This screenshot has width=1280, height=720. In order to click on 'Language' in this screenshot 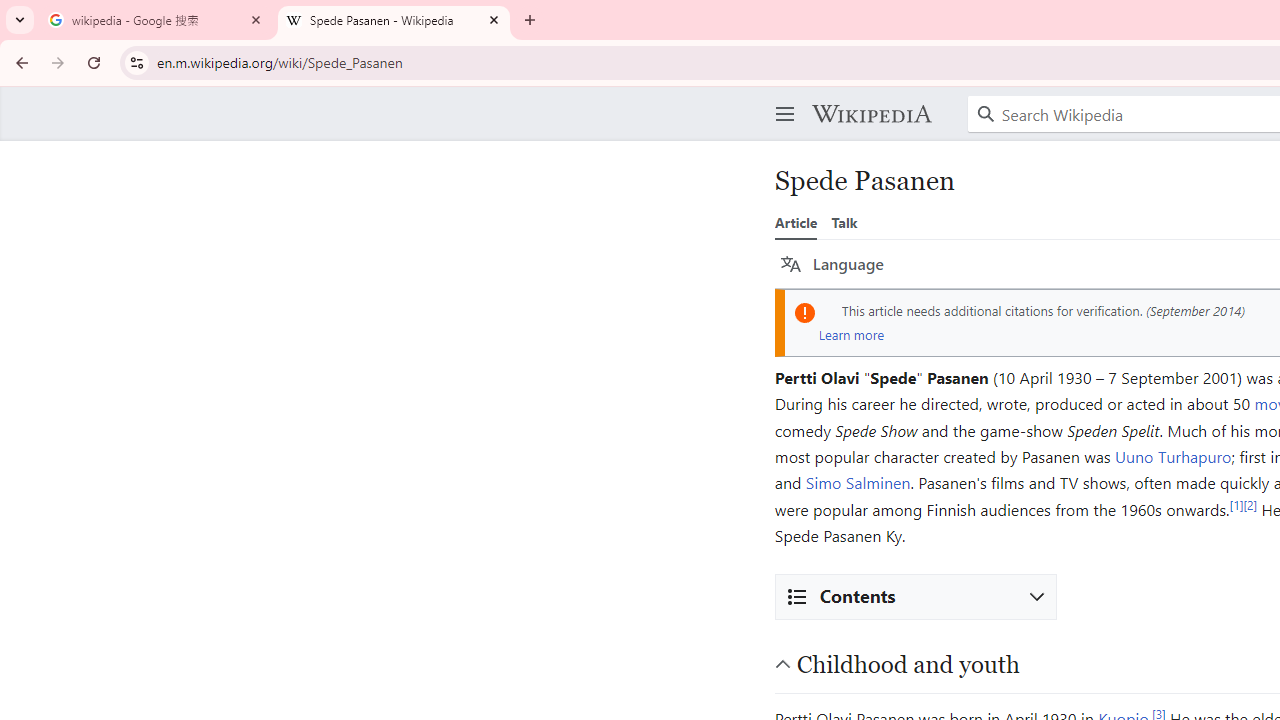, I will do `click(832, 263)`.